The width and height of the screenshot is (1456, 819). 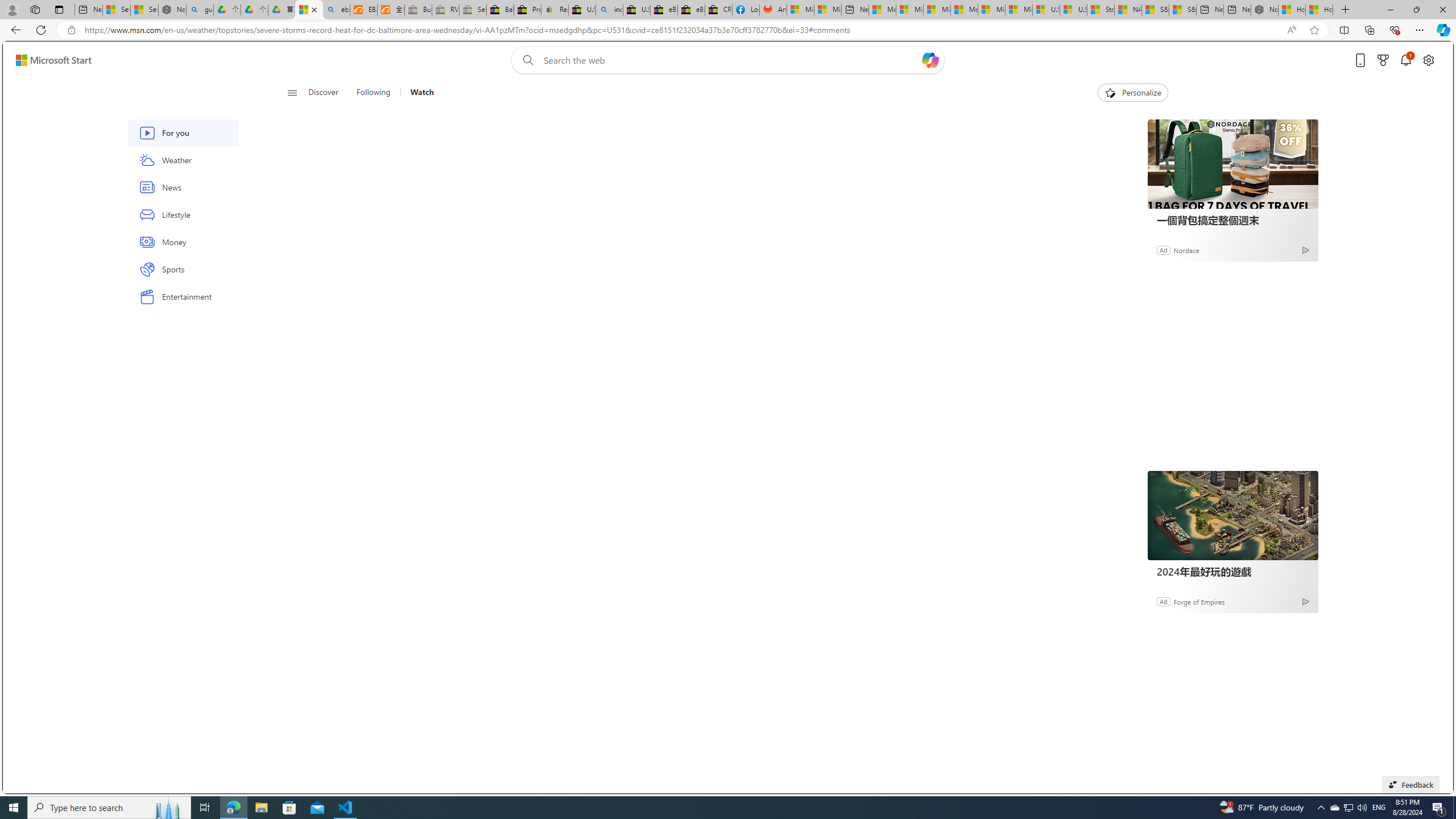 I want to click on 'Skip to content', so click(x=49, y=59).